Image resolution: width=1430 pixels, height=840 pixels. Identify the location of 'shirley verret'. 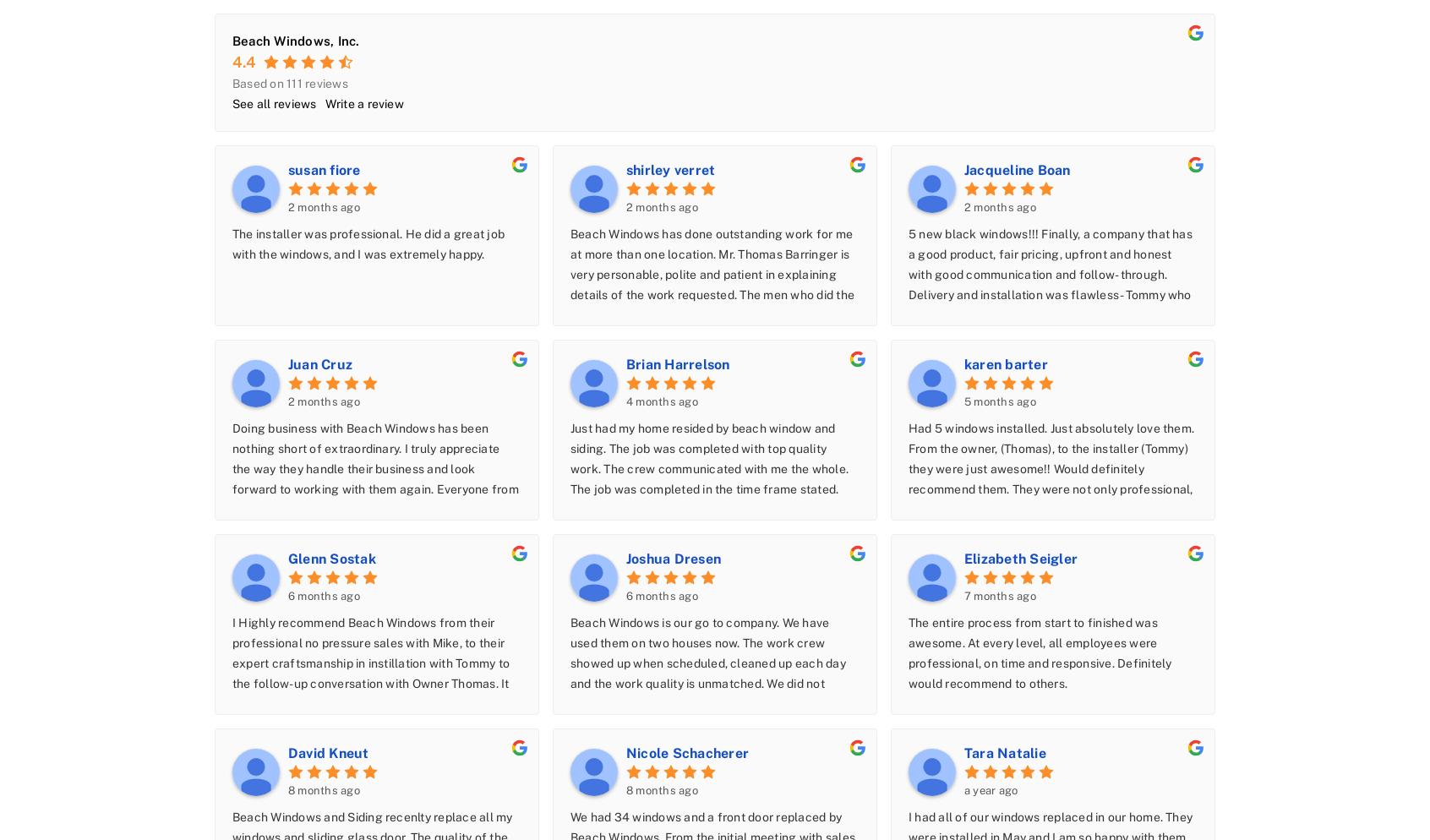
(625, 168).